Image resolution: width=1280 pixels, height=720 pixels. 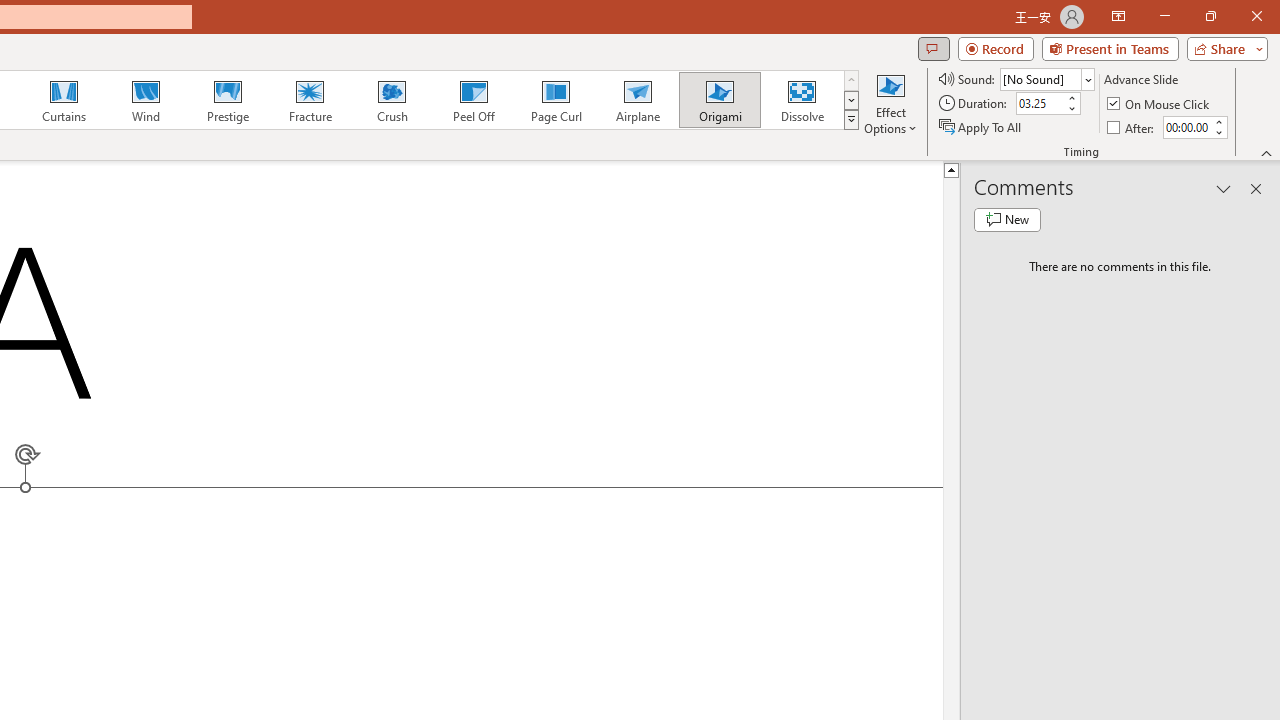 I want to click on 'Sound', so click(x=1046, y=78).